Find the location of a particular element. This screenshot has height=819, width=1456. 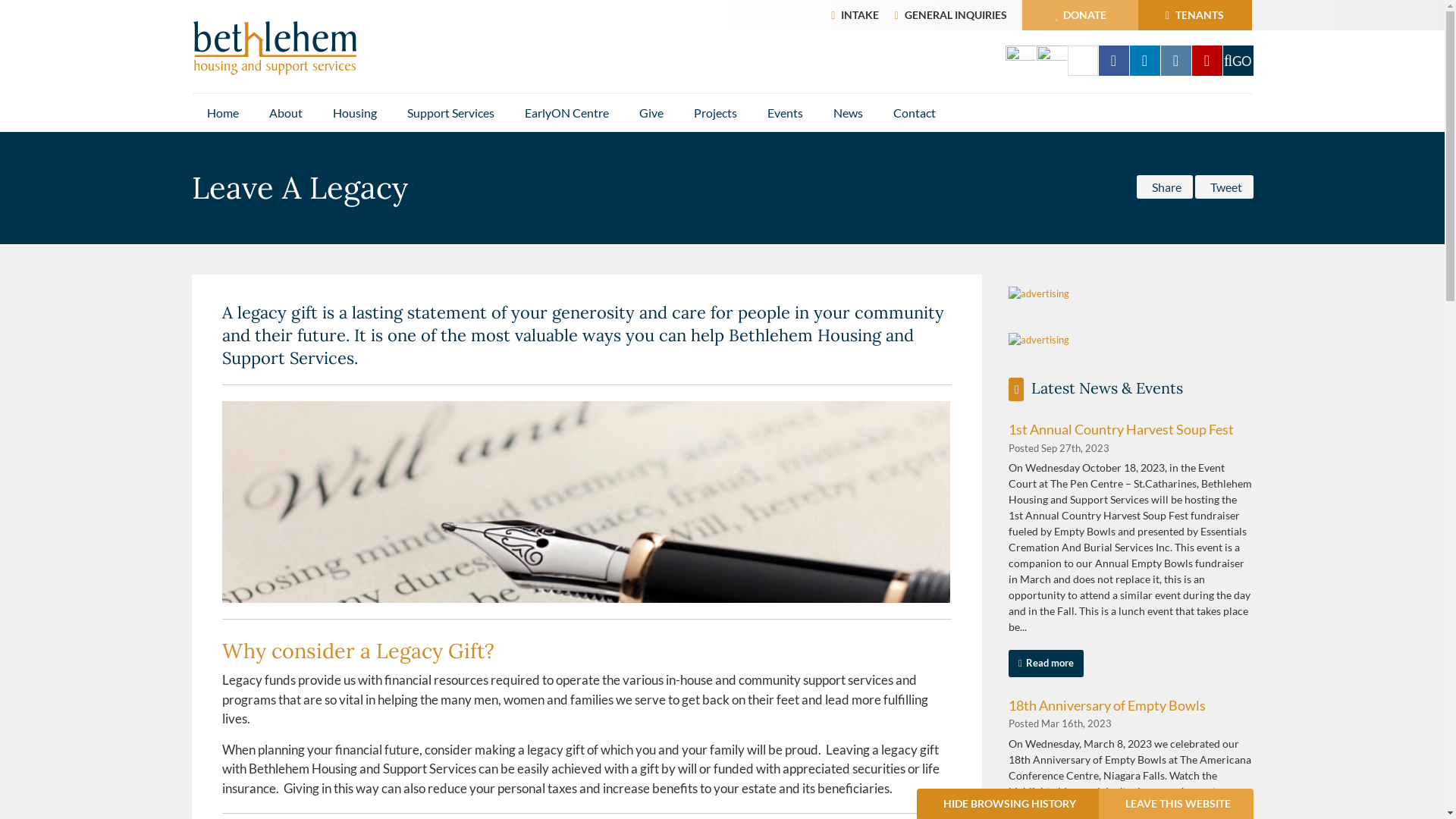

'Contact' is located at coordinates (913, 112).